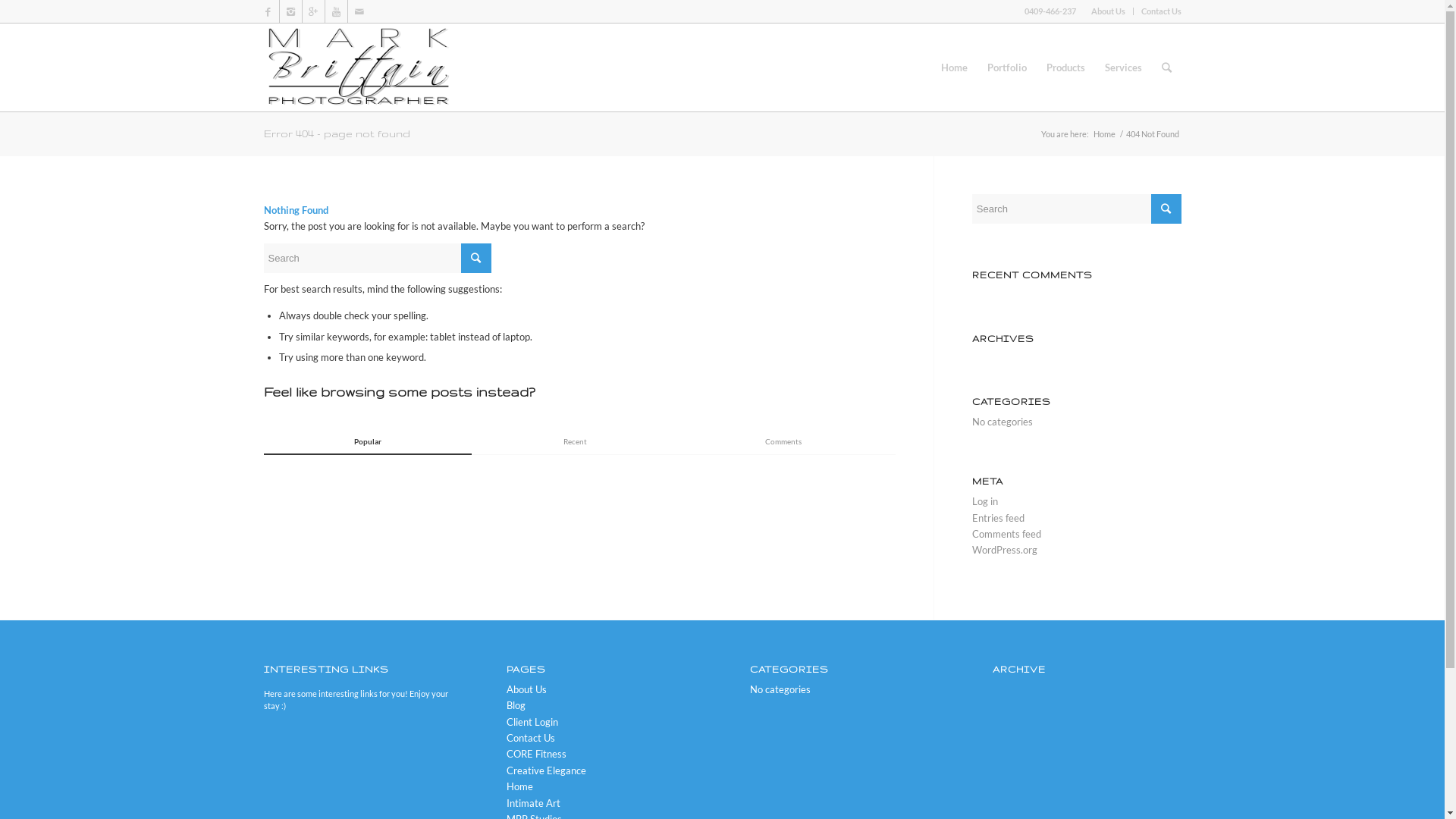  I want to click on 'About Us', so click(526, 689).